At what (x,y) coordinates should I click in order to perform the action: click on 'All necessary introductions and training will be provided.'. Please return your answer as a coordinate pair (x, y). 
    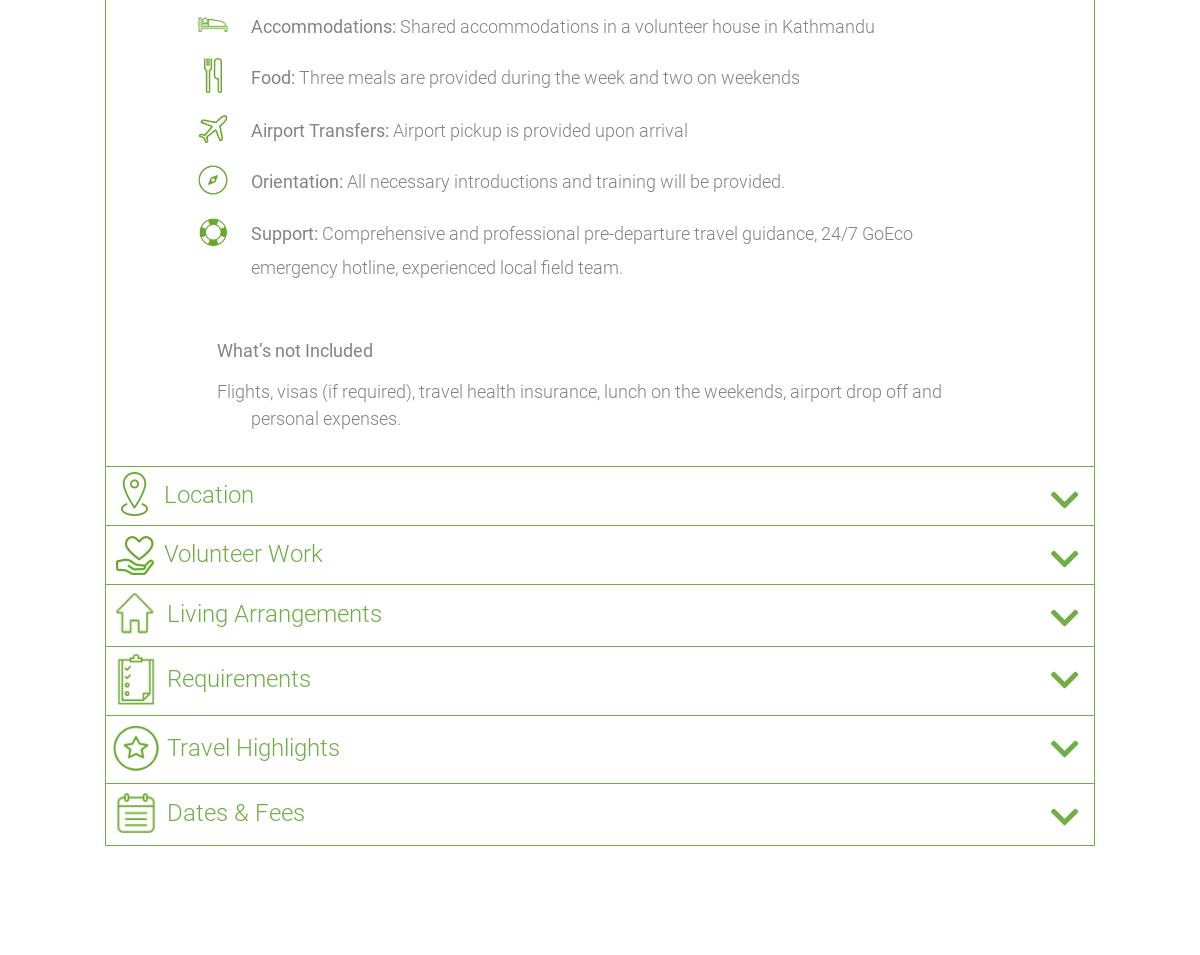
    Looking at the image, I should click on (563, 181).